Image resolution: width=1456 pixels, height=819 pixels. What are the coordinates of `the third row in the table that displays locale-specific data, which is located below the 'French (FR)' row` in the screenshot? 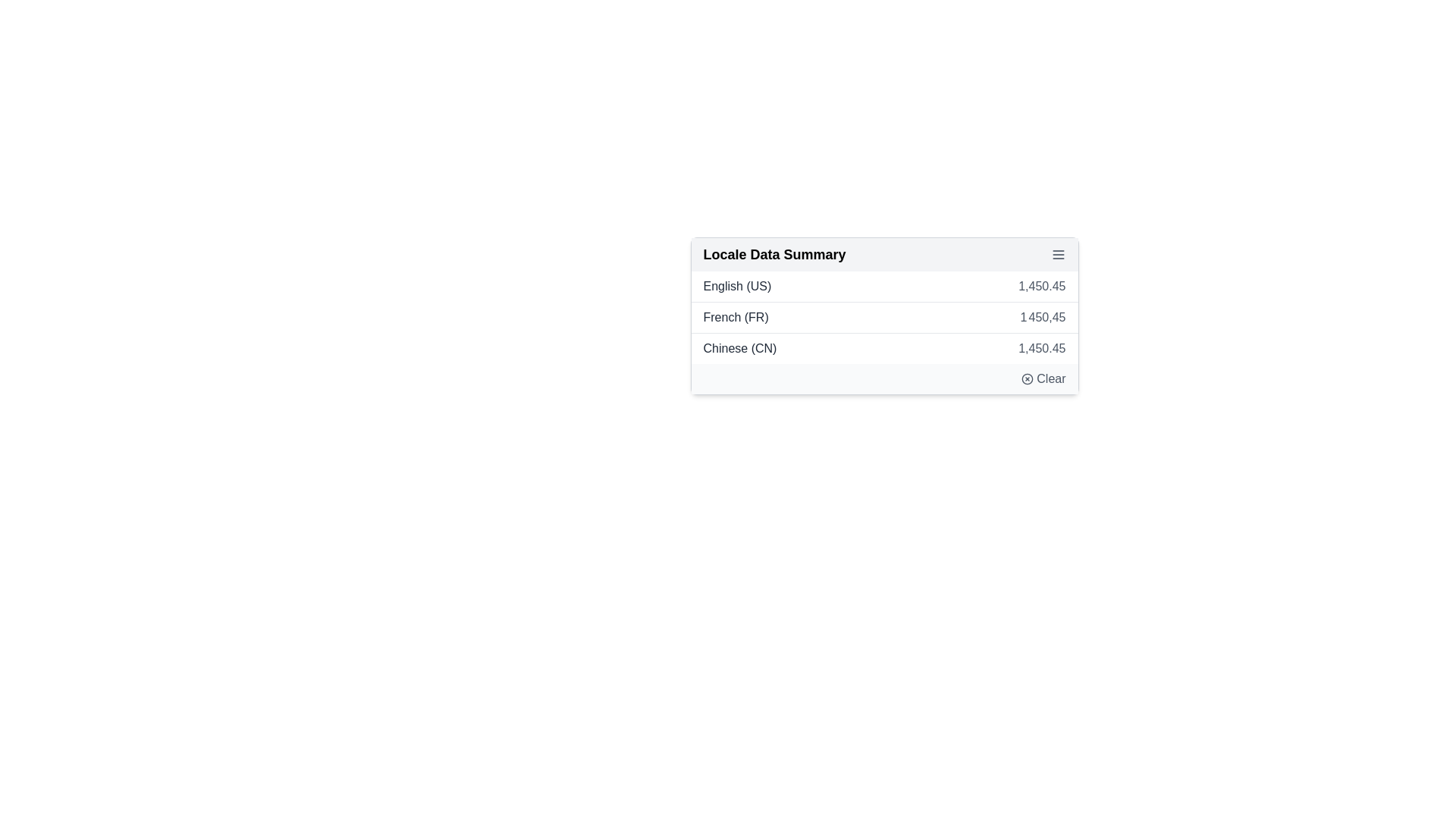 It's located at (884, 348).